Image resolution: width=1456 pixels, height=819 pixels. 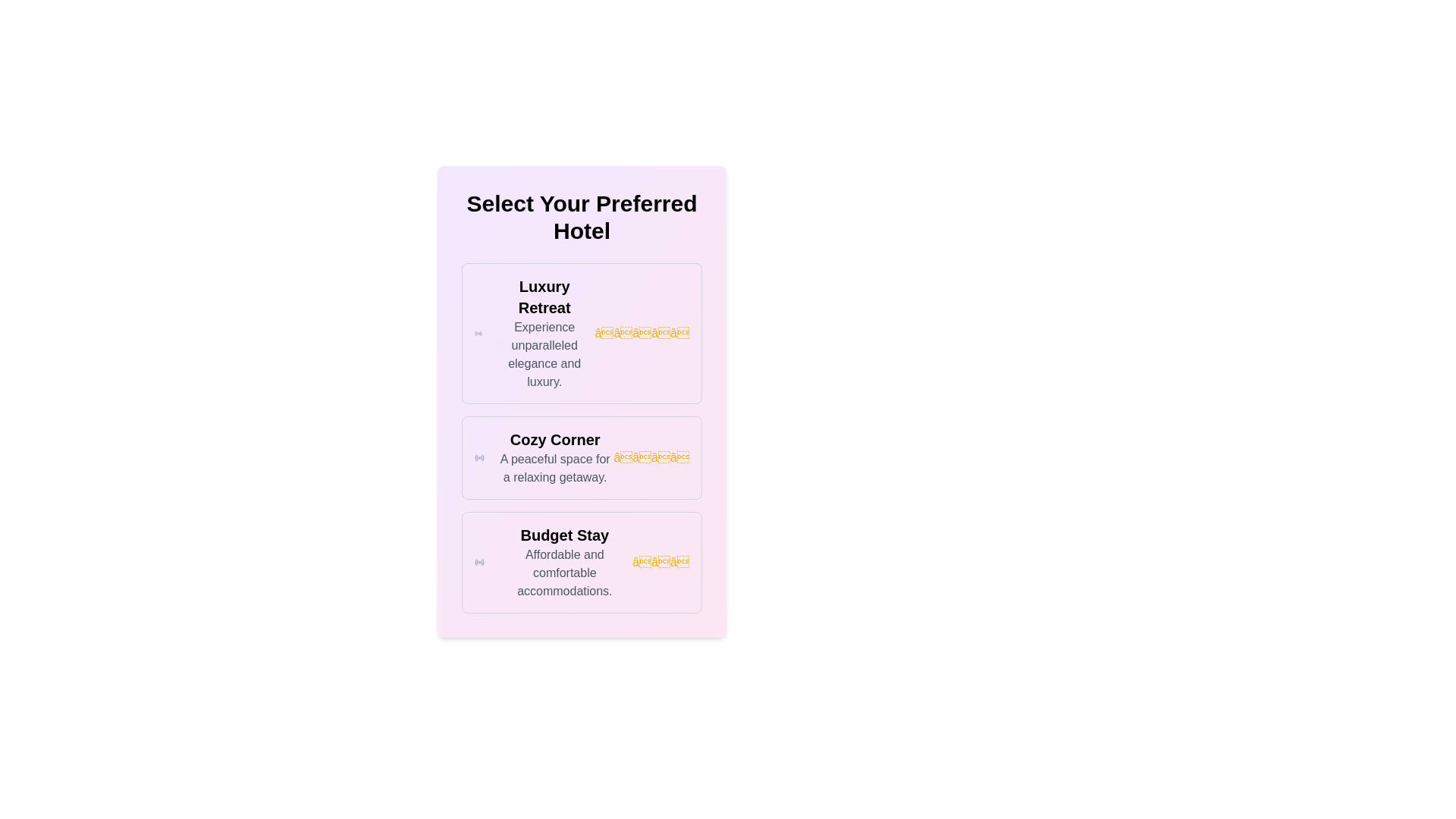 What do you see at coordinates (651, 457) in the screenshot?
I see `the static visual rating display of yellow stars associated with the 'Cozy Corner' option, which is the middle item in a vertical list of three` at bounding box center [651, 457].